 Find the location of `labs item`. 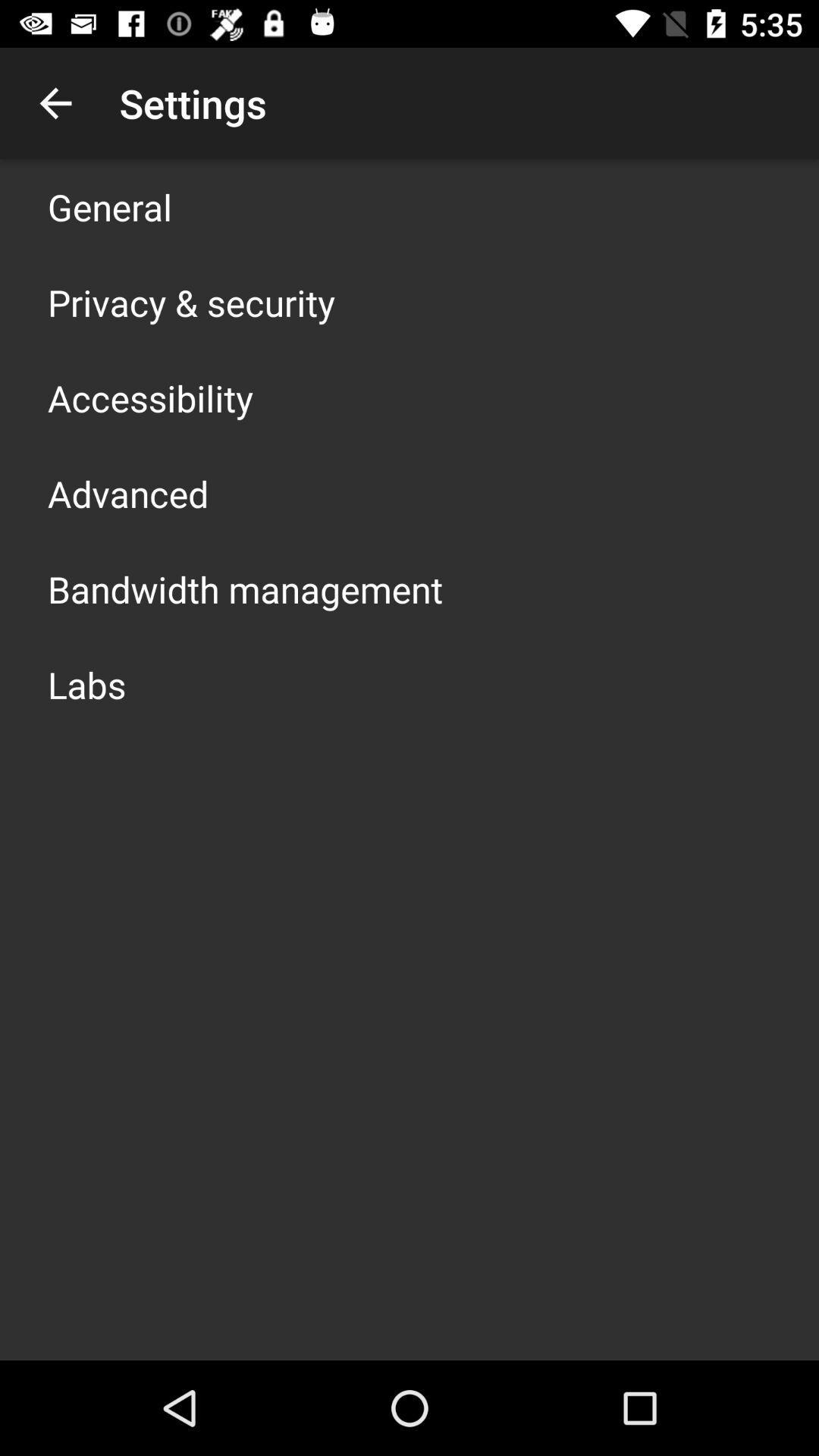

labs item is located at coordinates (86, 683).